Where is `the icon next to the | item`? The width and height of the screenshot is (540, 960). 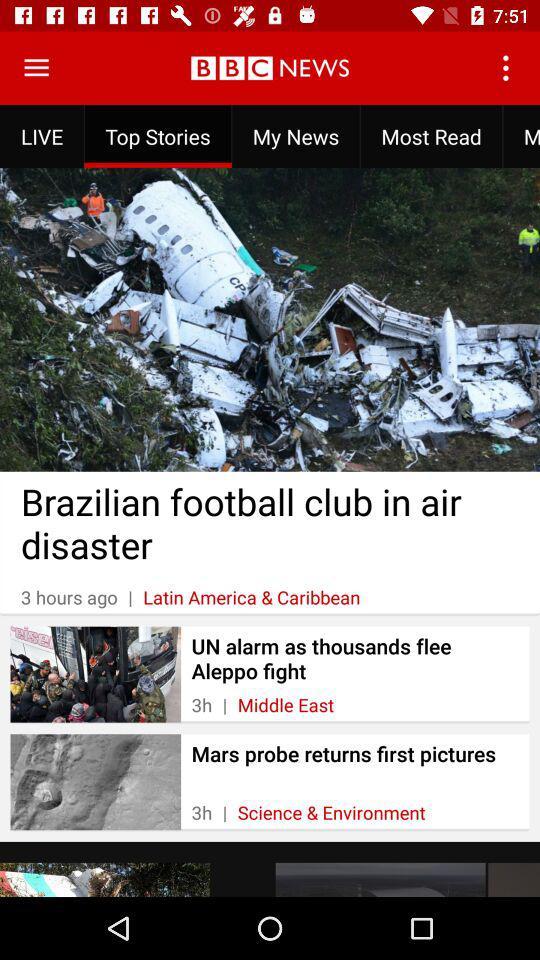
the icon next to the | item is located at coordinates (331, 812).